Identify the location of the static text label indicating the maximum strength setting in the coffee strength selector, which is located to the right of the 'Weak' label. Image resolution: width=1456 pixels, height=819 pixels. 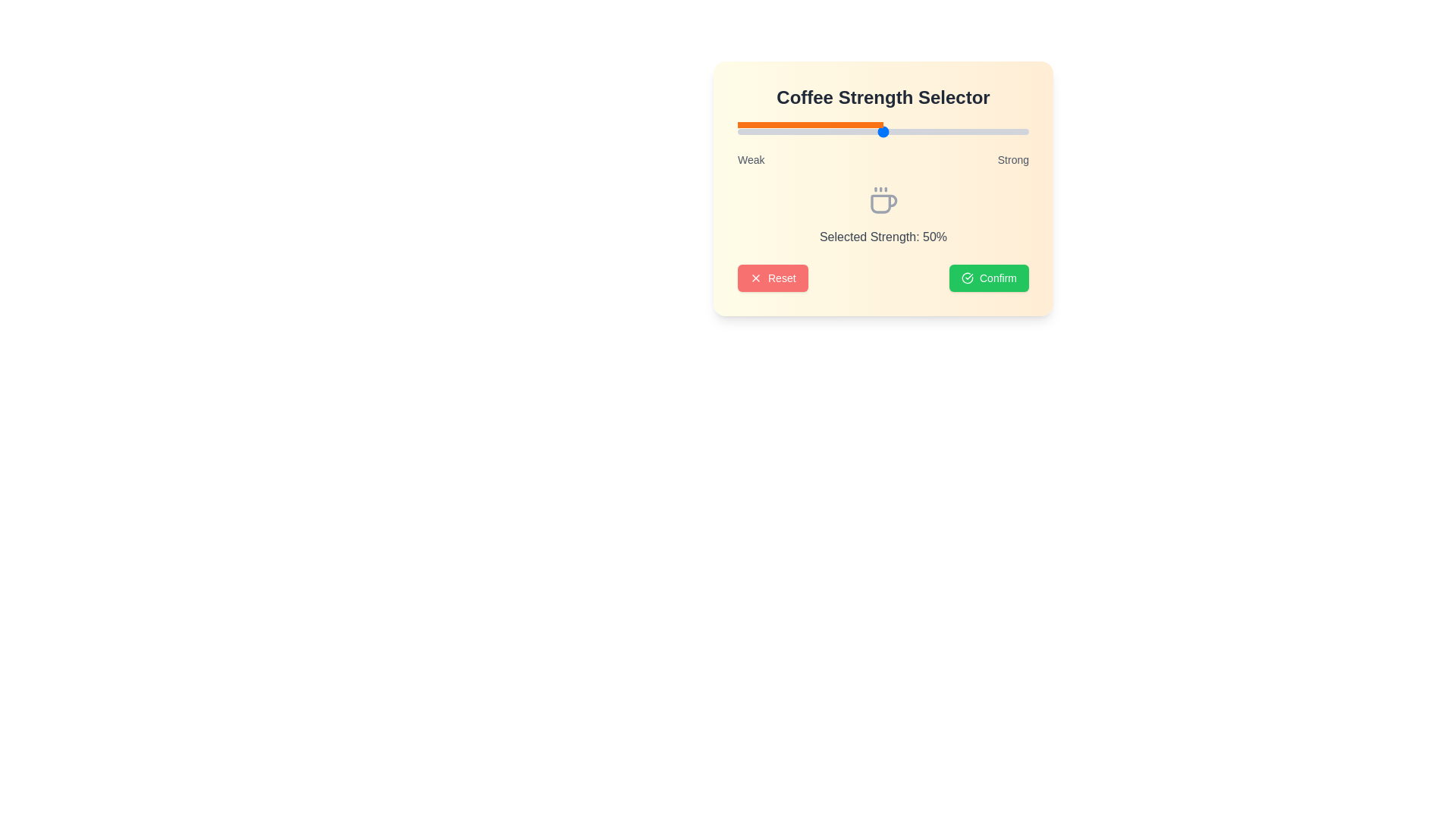
(1013, 160).